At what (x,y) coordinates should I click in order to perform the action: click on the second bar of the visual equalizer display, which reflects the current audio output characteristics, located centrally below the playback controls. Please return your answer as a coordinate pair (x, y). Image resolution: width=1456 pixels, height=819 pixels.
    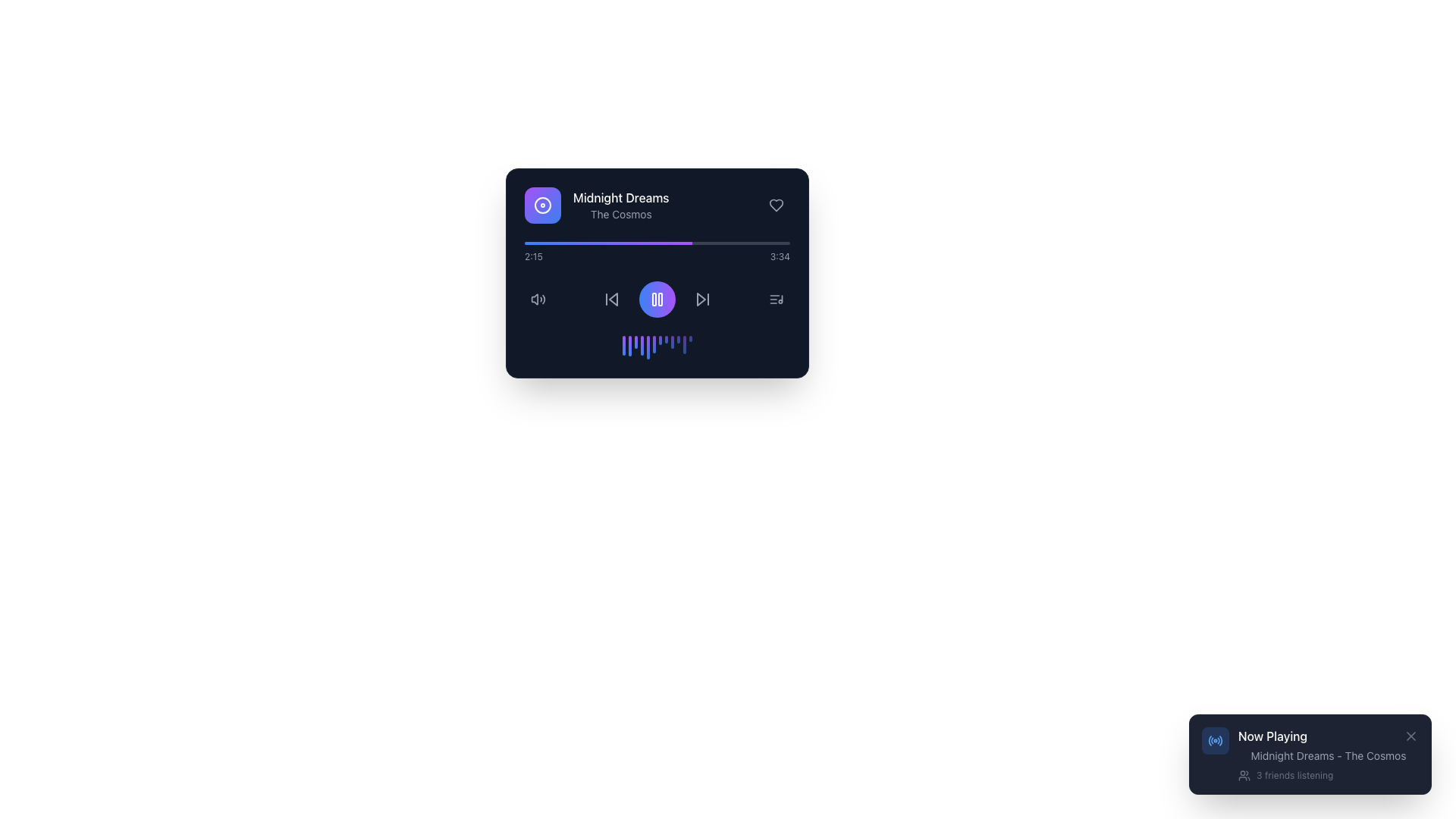
    Looking at the image, I should click on (629, 345).